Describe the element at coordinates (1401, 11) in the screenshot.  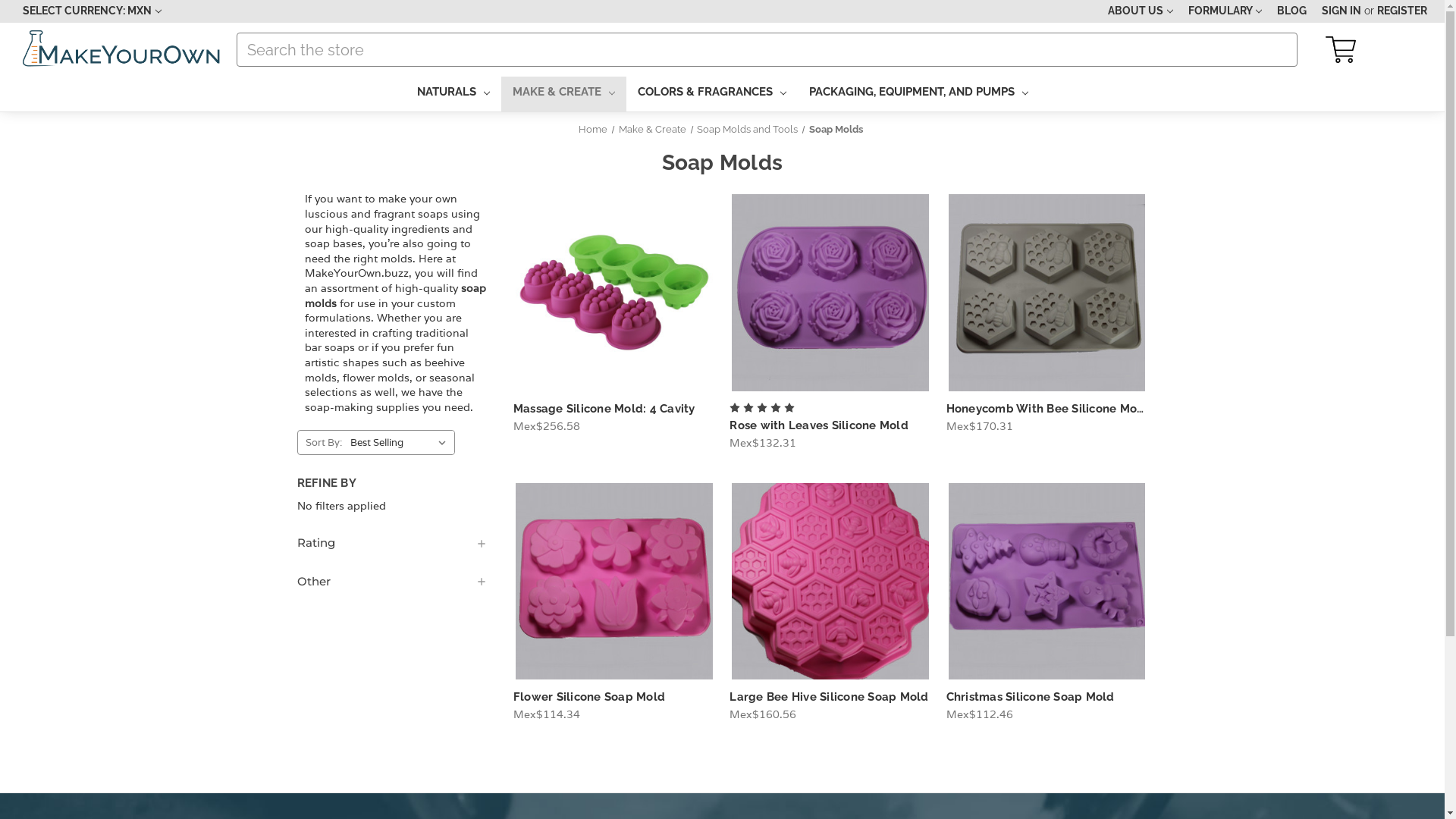
I see `'REGISTER'` at that location.